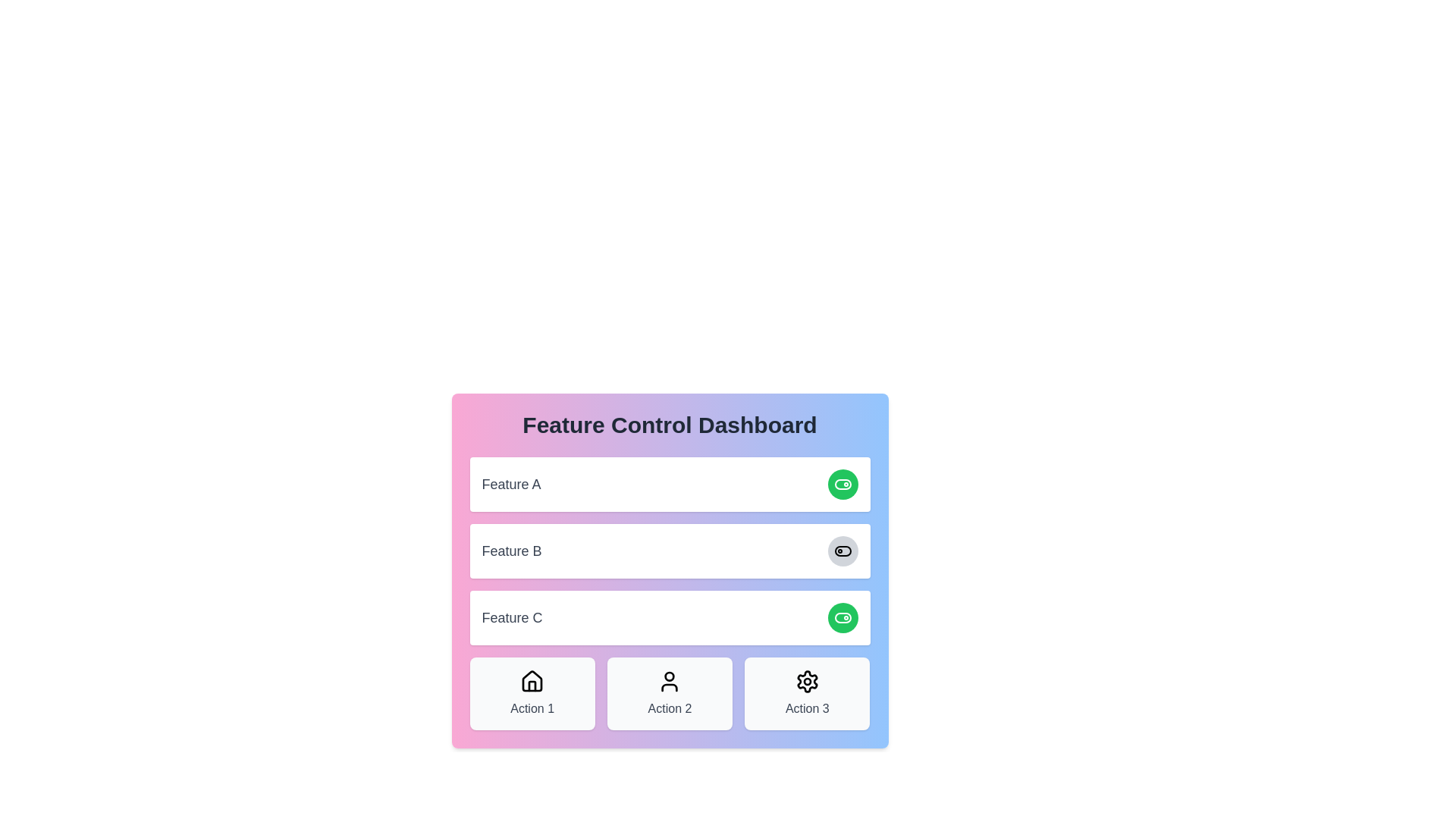 The width and height of the screenshot is (1456, 819). What do you see at coordinates (842, 617) in the screenshot?
I see `the toggle button to change the state of 'Feature C' in the Feature Control Dashboard` at bounding box center [842, 617].